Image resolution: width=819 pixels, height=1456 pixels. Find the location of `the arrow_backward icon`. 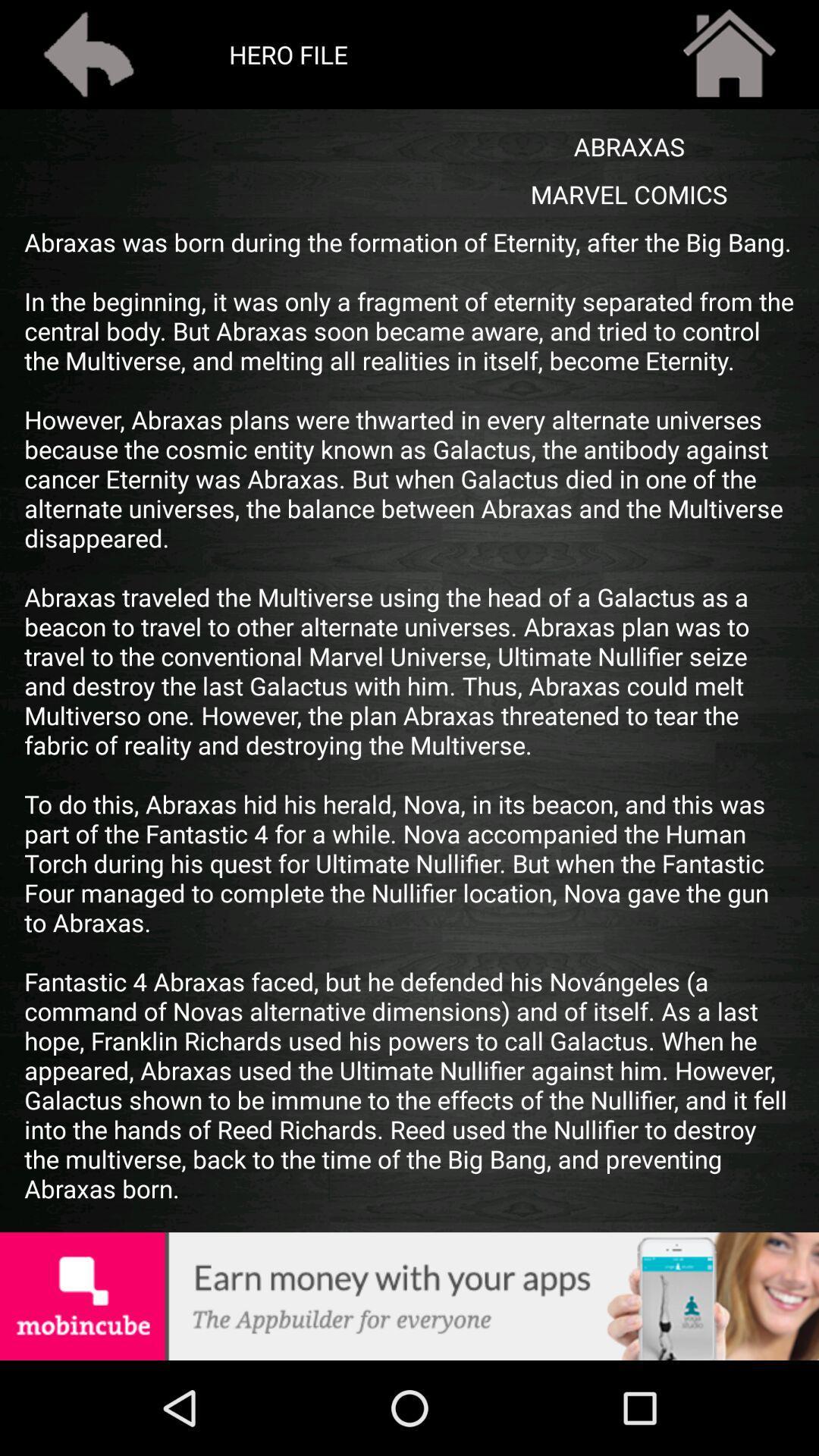

the arrow_backward icon is located at coordinates (88, 58).